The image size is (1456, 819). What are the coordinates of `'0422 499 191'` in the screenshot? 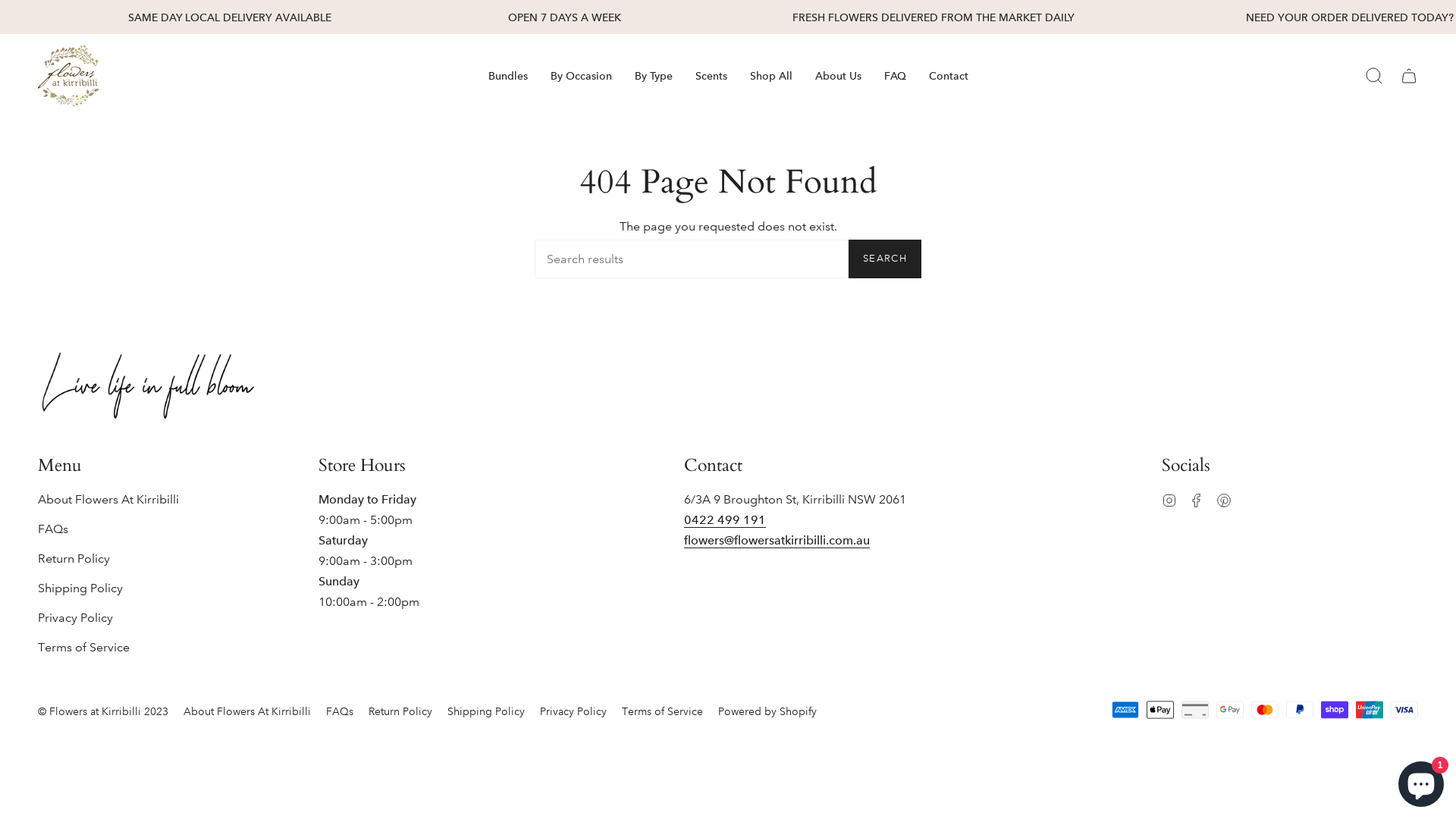 It's located at (723, 520).